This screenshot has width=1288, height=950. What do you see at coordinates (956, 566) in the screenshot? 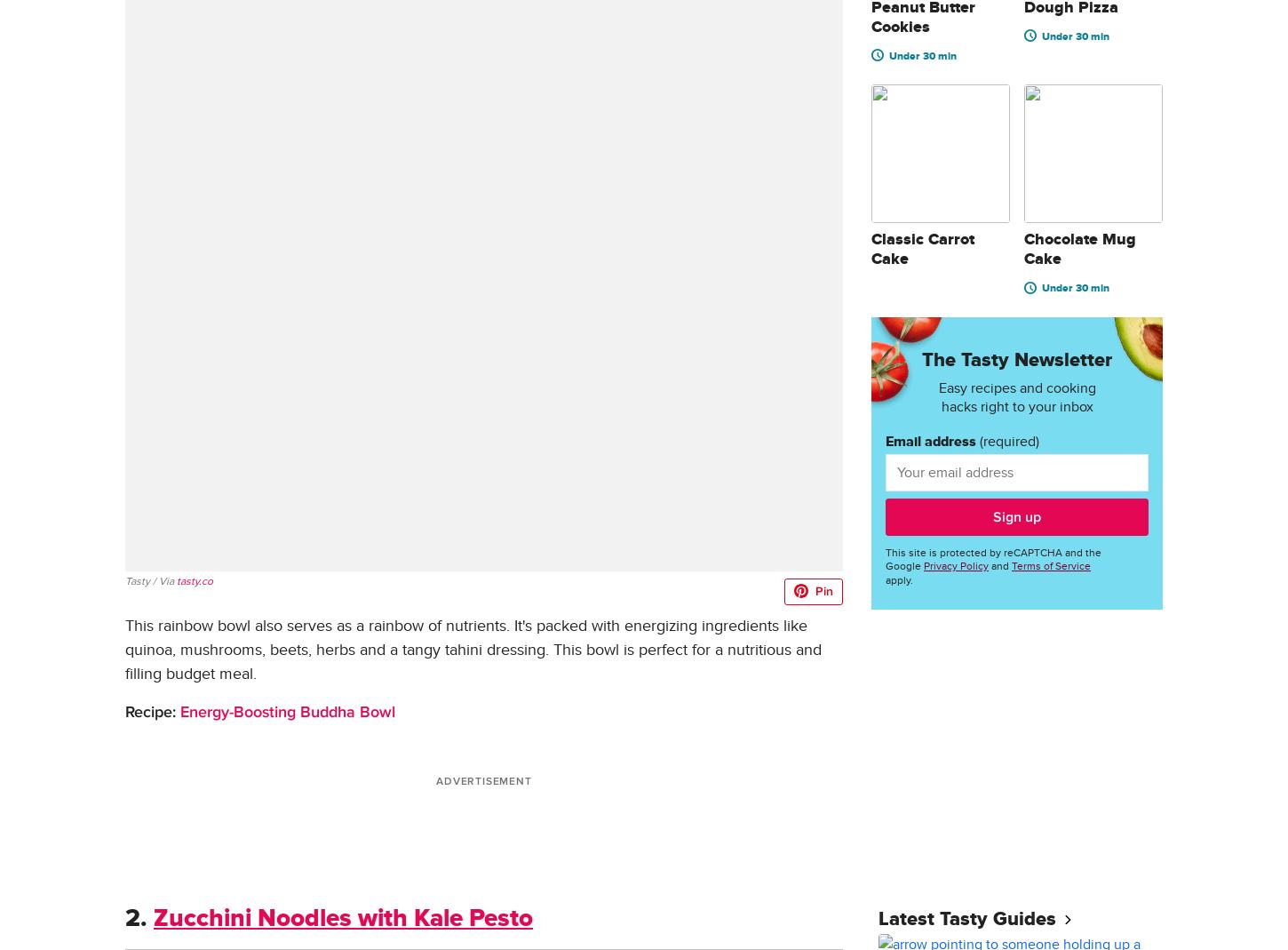
I see `'Privacy Policy'` at bounding box center [956, 566].